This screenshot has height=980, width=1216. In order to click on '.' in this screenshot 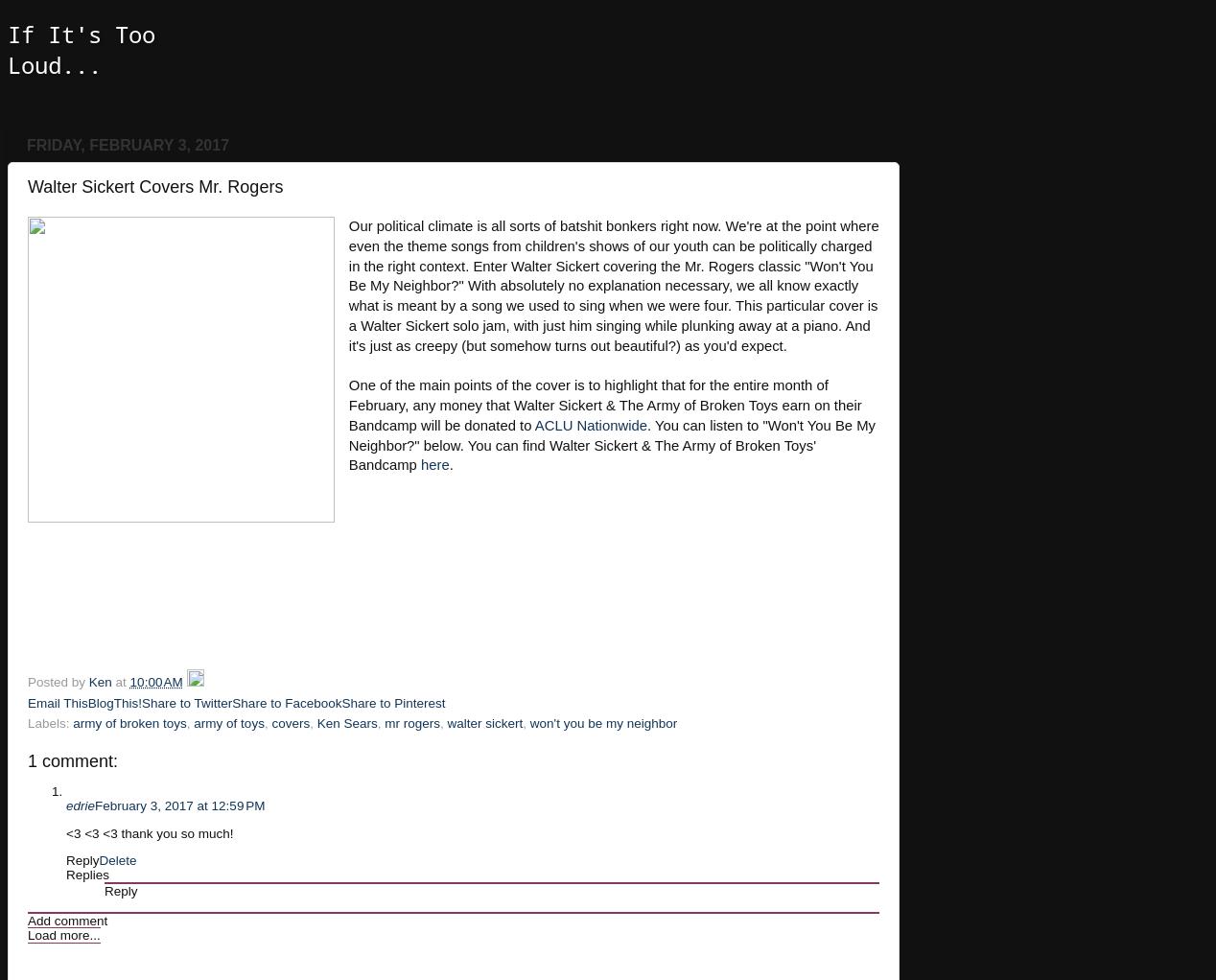, I will do `click(451, 465)`.